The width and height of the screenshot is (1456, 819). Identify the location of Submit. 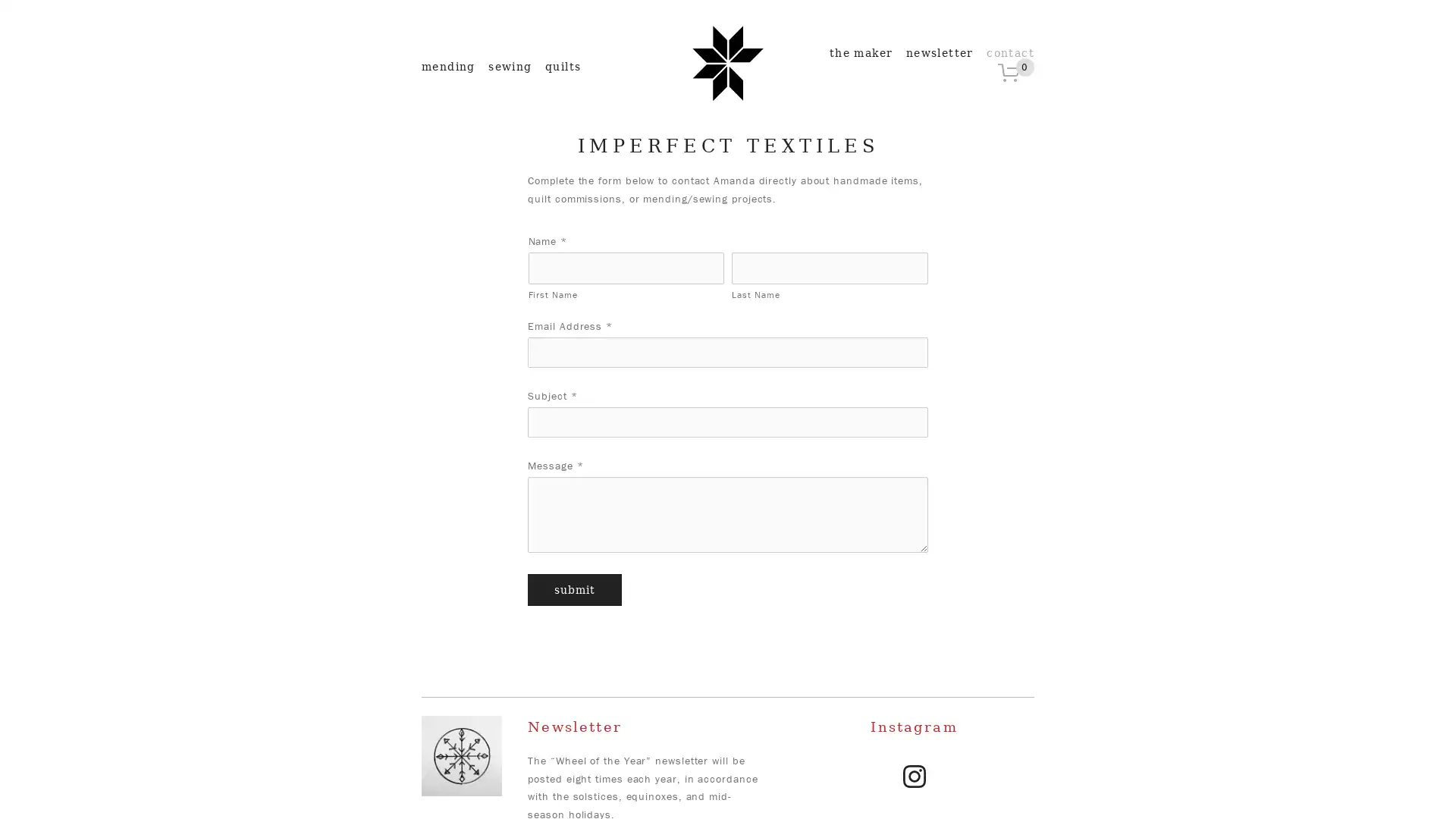
(574, 588).